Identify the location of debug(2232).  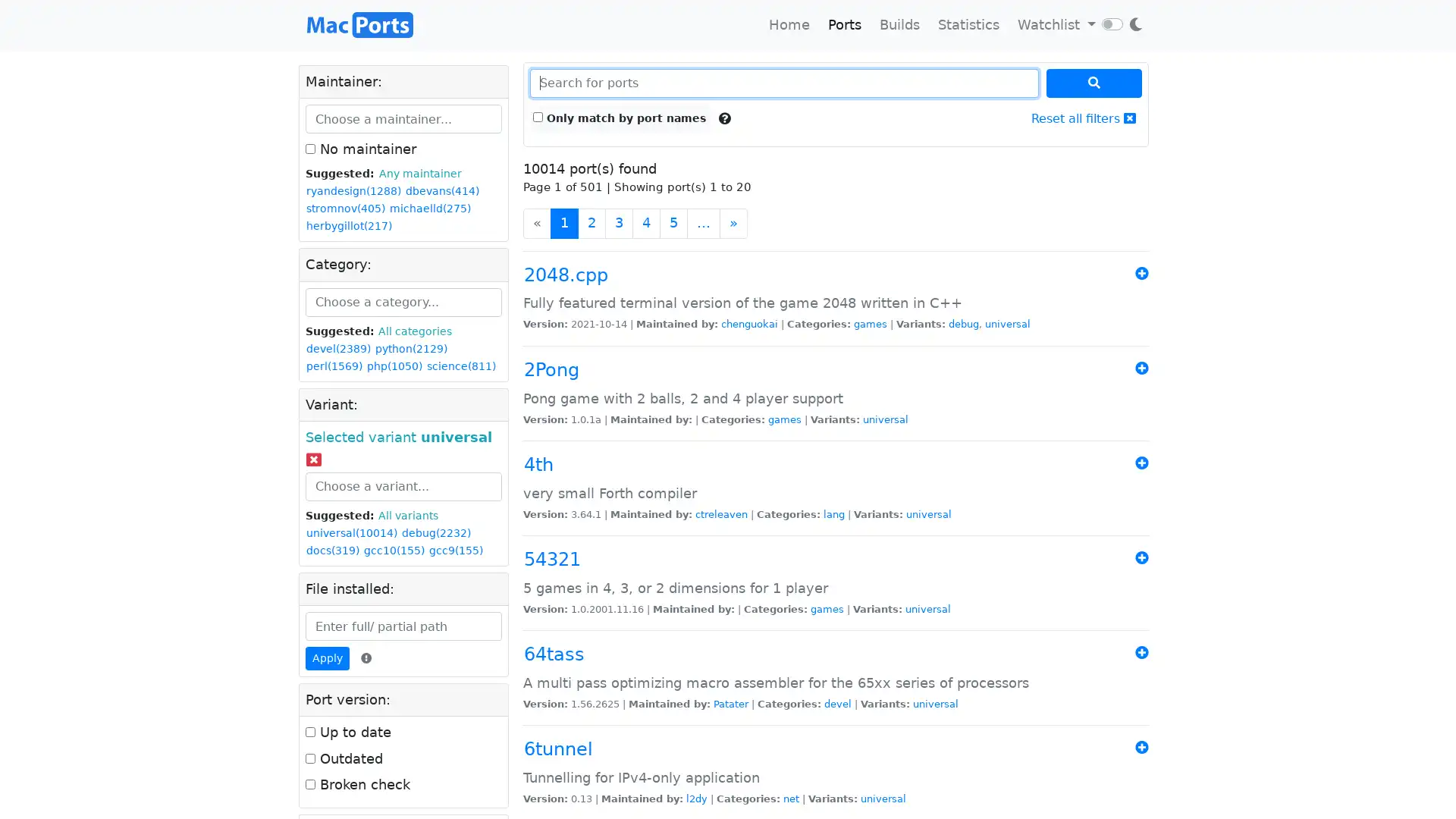
(435, 532).